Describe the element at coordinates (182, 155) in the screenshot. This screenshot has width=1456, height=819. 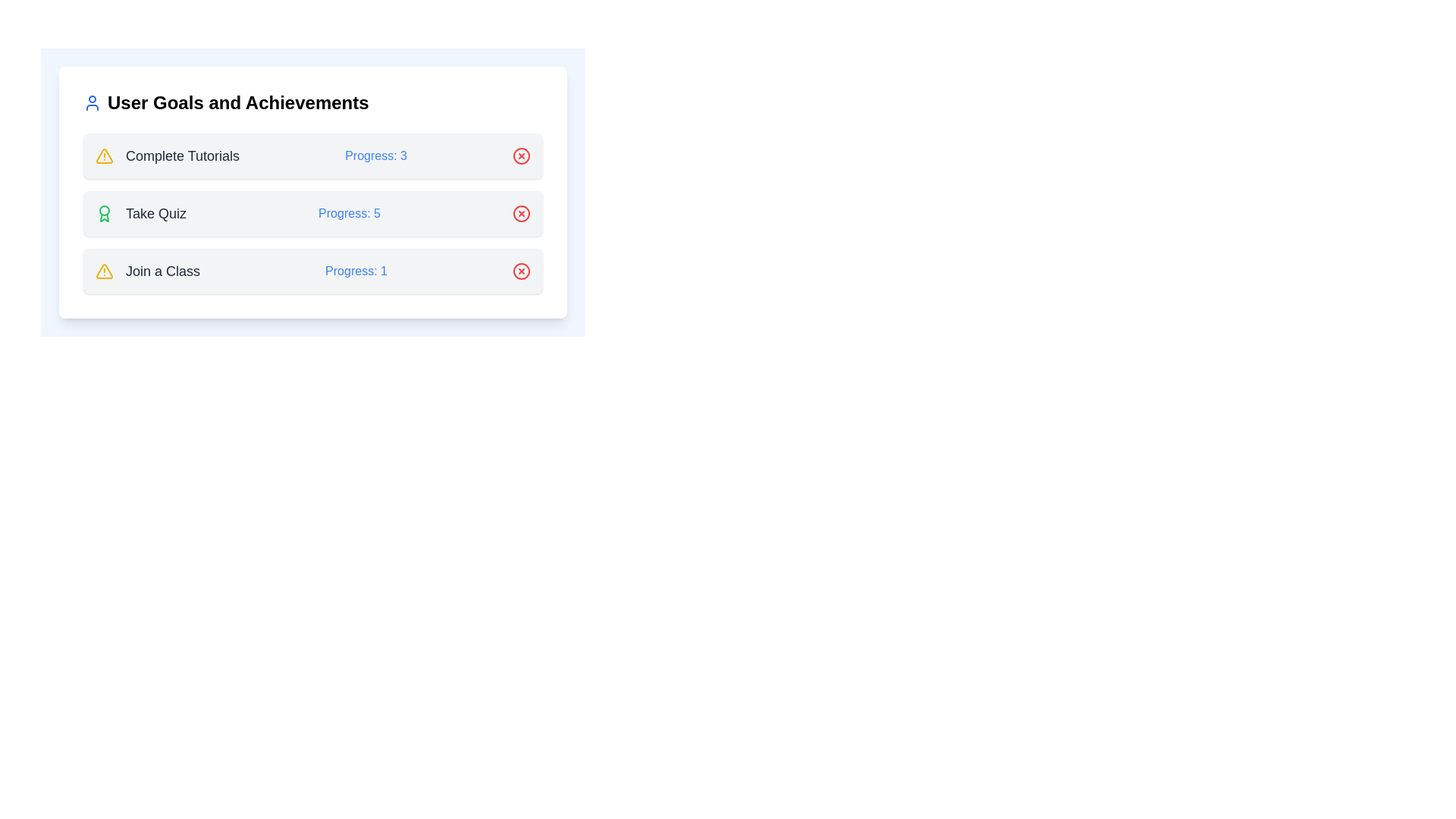
I see `the text label 'Complete Tutorials', which is the first item in the user goals list within the 'User Goals and Achievements' card` at that location.